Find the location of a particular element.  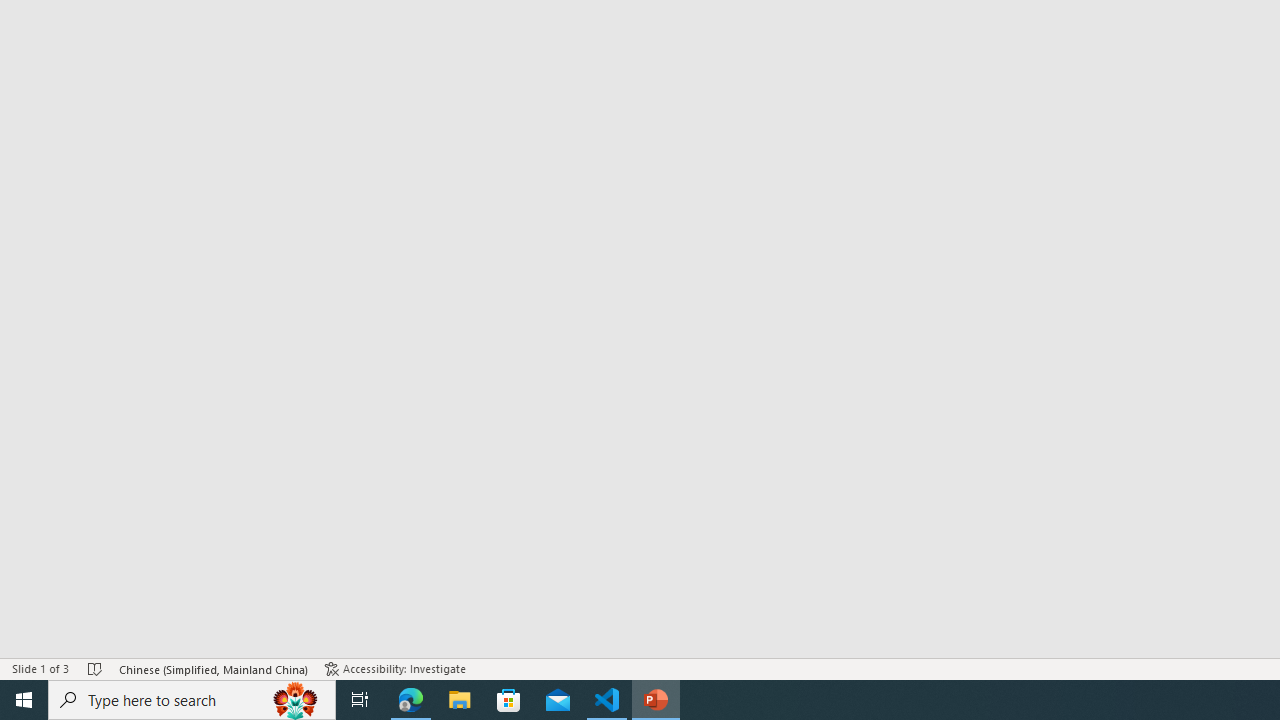

'Accessibility Checker Accessibility: Investigate' is located at coordinates (395, 669).